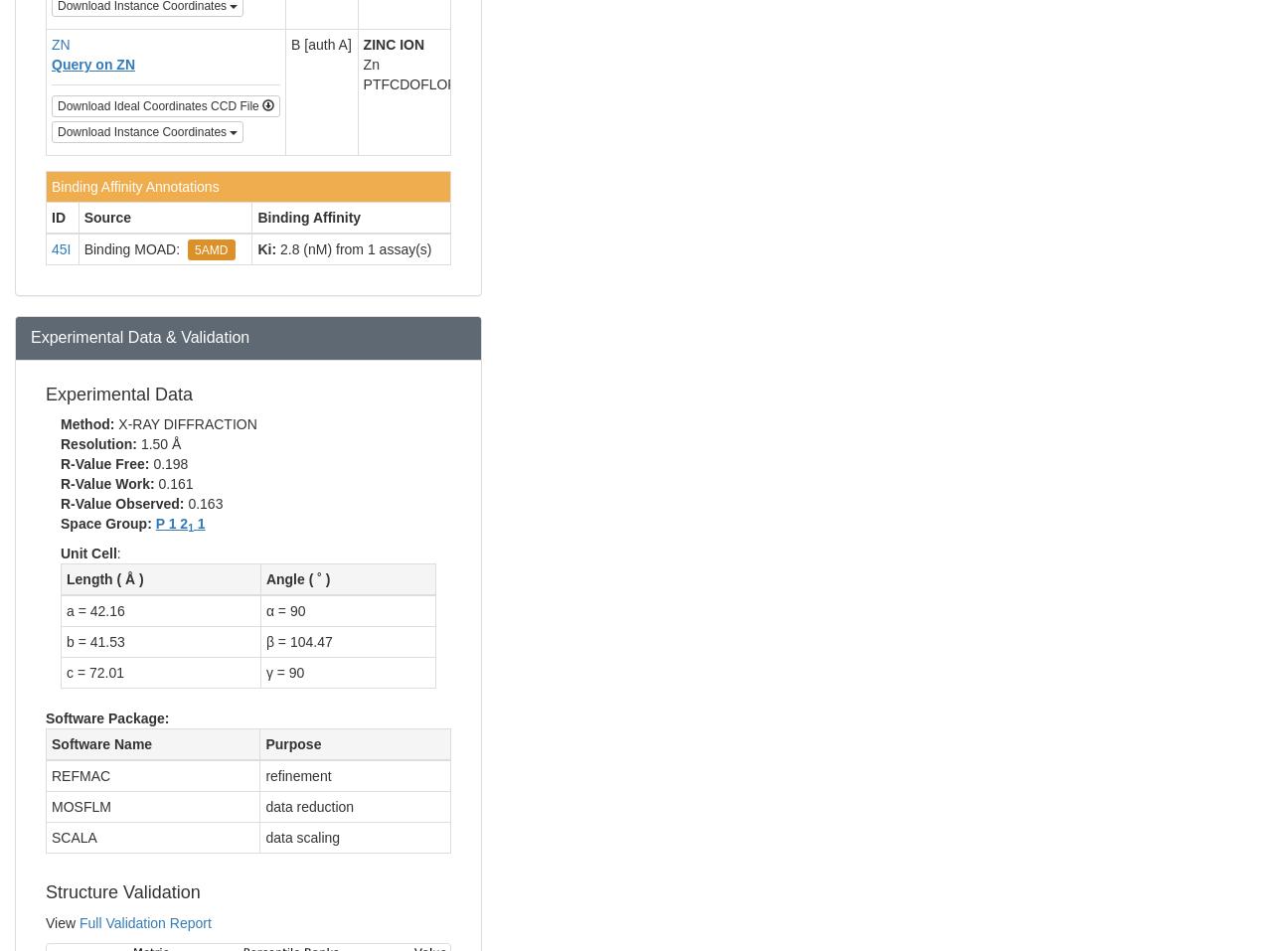  What do you see at coordinates (275, 246) in the screenshot?
I see `'2.8 (nM) from 1 assay(s)'` at bounding box center [275, 246].